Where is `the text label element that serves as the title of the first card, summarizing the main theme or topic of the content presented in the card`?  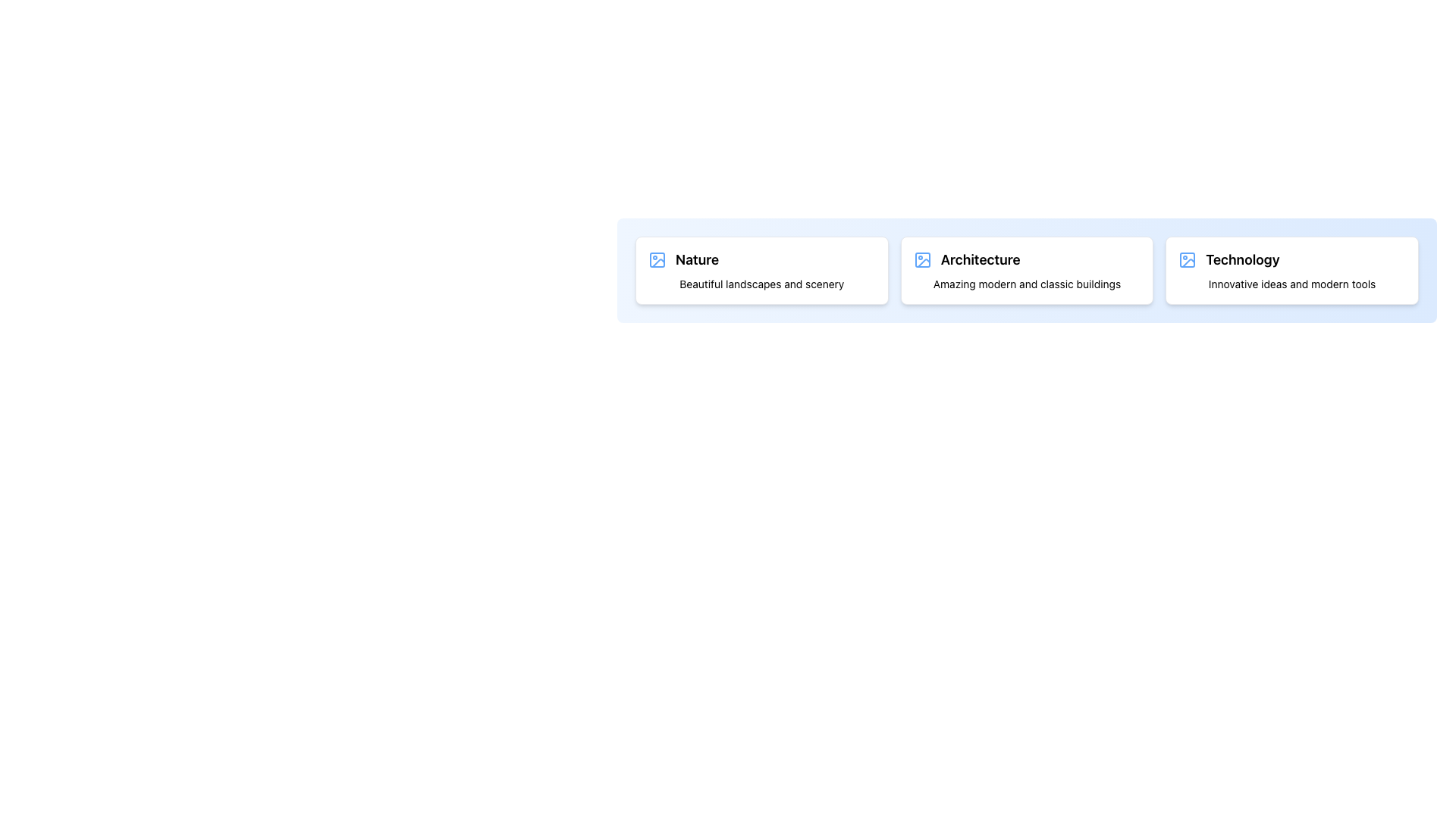 the text label element that serves as the title of the first card, summarizing the main theme or topic of the content presented in the card is located at coordinates (696, 259).